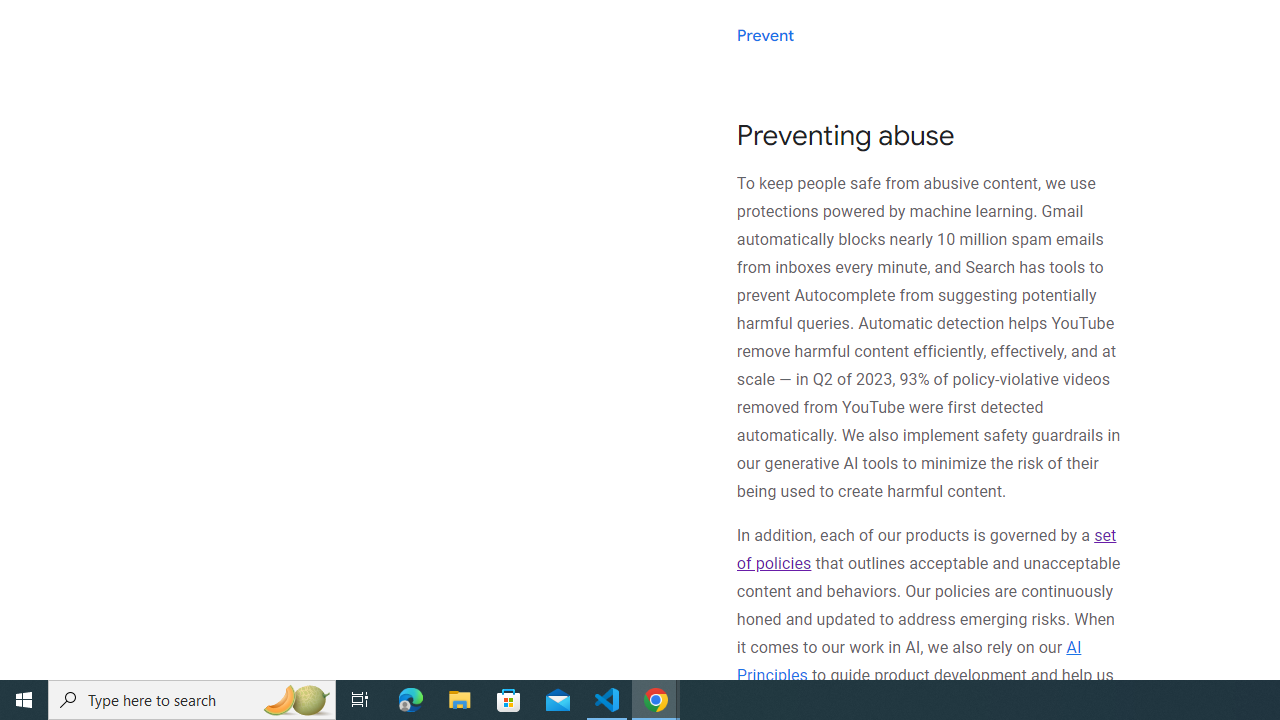 The height and width of the screenshot is (720, 1280). Describe the element at coordinates (509, 698) in the screenshot. I see `'Microsoft Store'` at that location.